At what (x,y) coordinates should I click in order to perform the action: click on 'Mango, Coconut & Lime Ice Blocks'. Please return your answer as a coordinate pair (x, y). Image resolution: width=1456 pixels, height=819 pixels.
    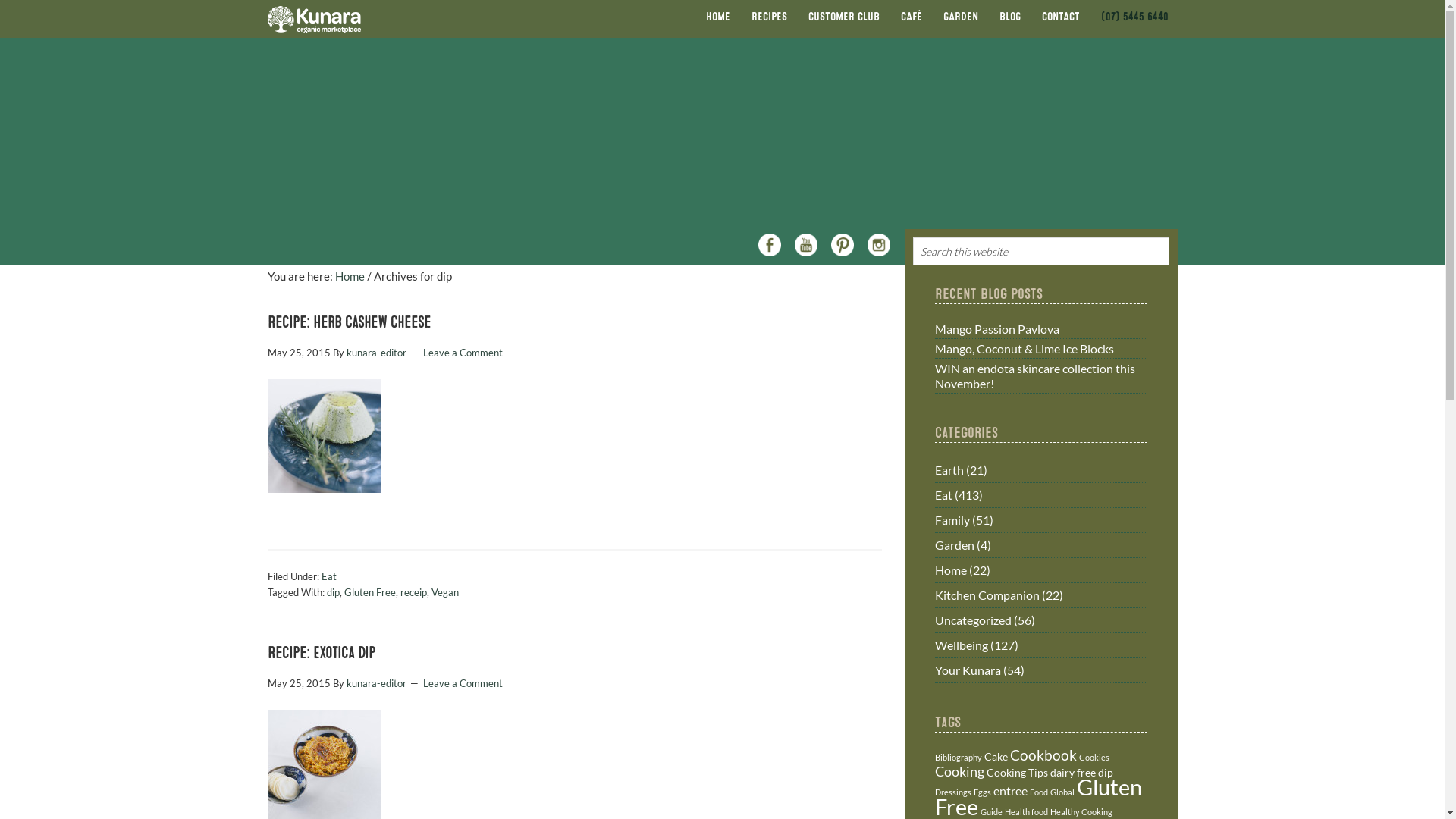
    Looking at the image, I should click on (1023, 348).